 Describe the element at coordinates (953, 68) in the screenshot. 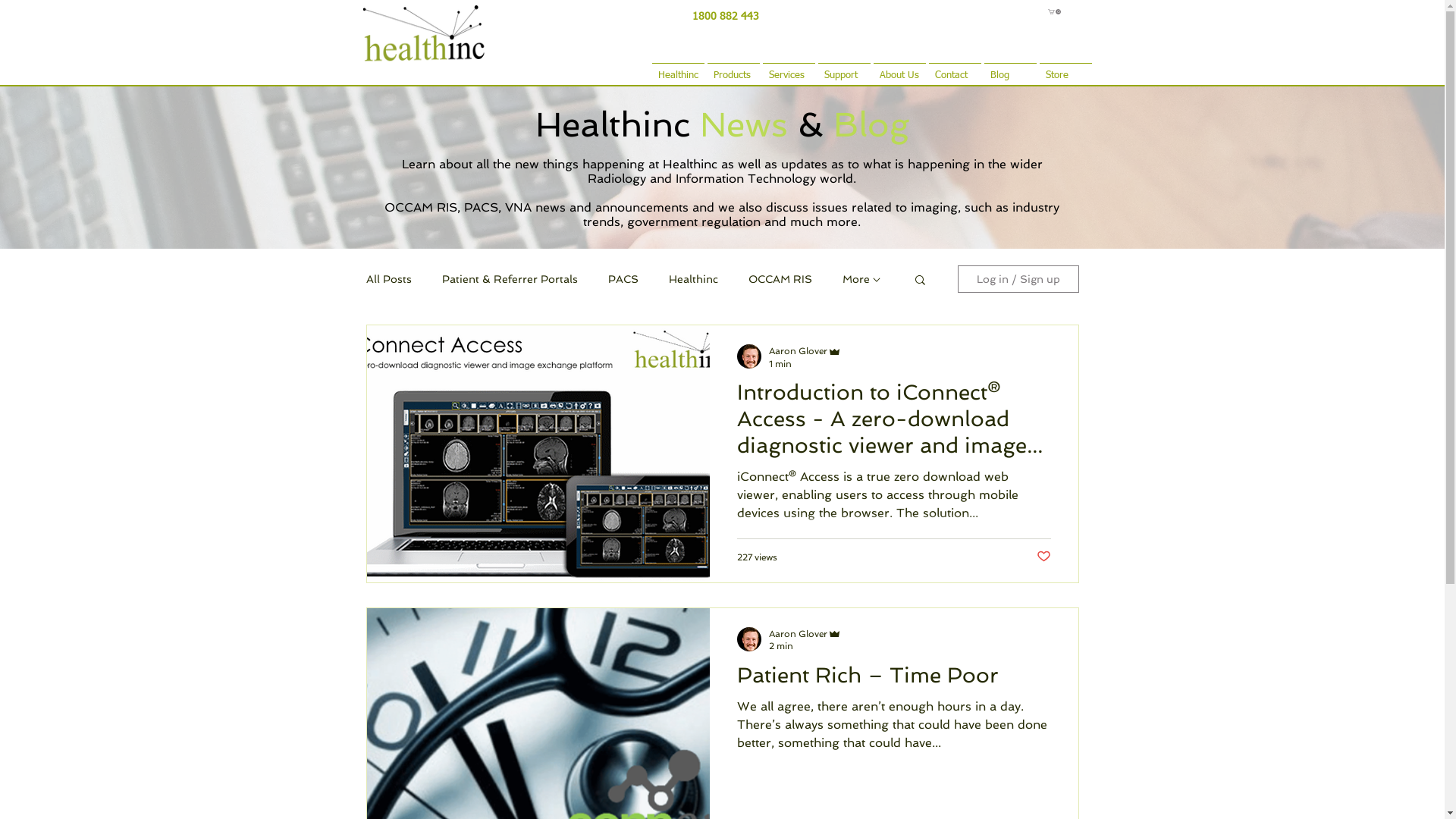

I see `'Contact'` at that location.